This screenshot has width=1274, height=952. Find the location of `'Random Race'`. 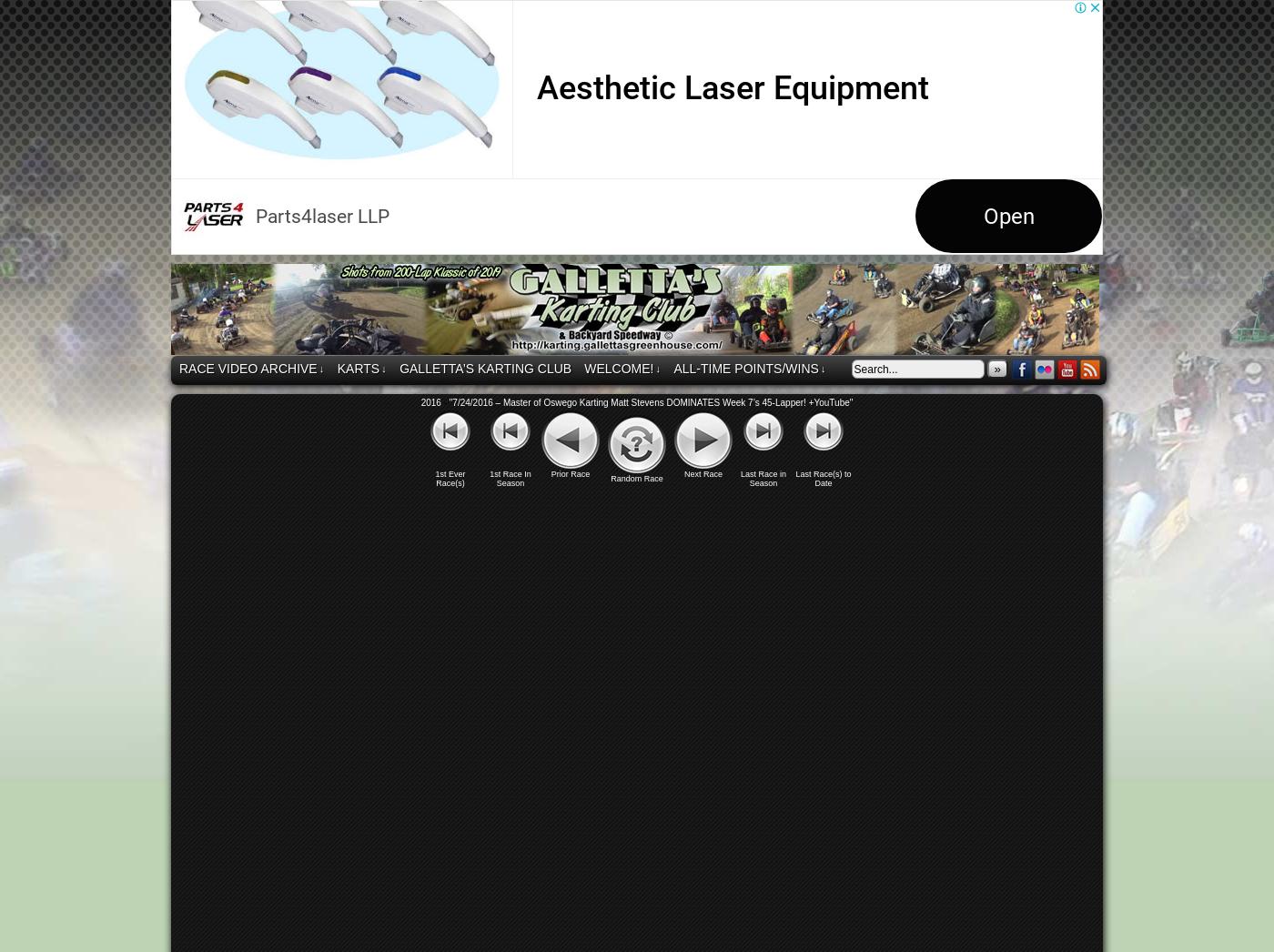

'Random Race' is located at coordinates (636, 478).